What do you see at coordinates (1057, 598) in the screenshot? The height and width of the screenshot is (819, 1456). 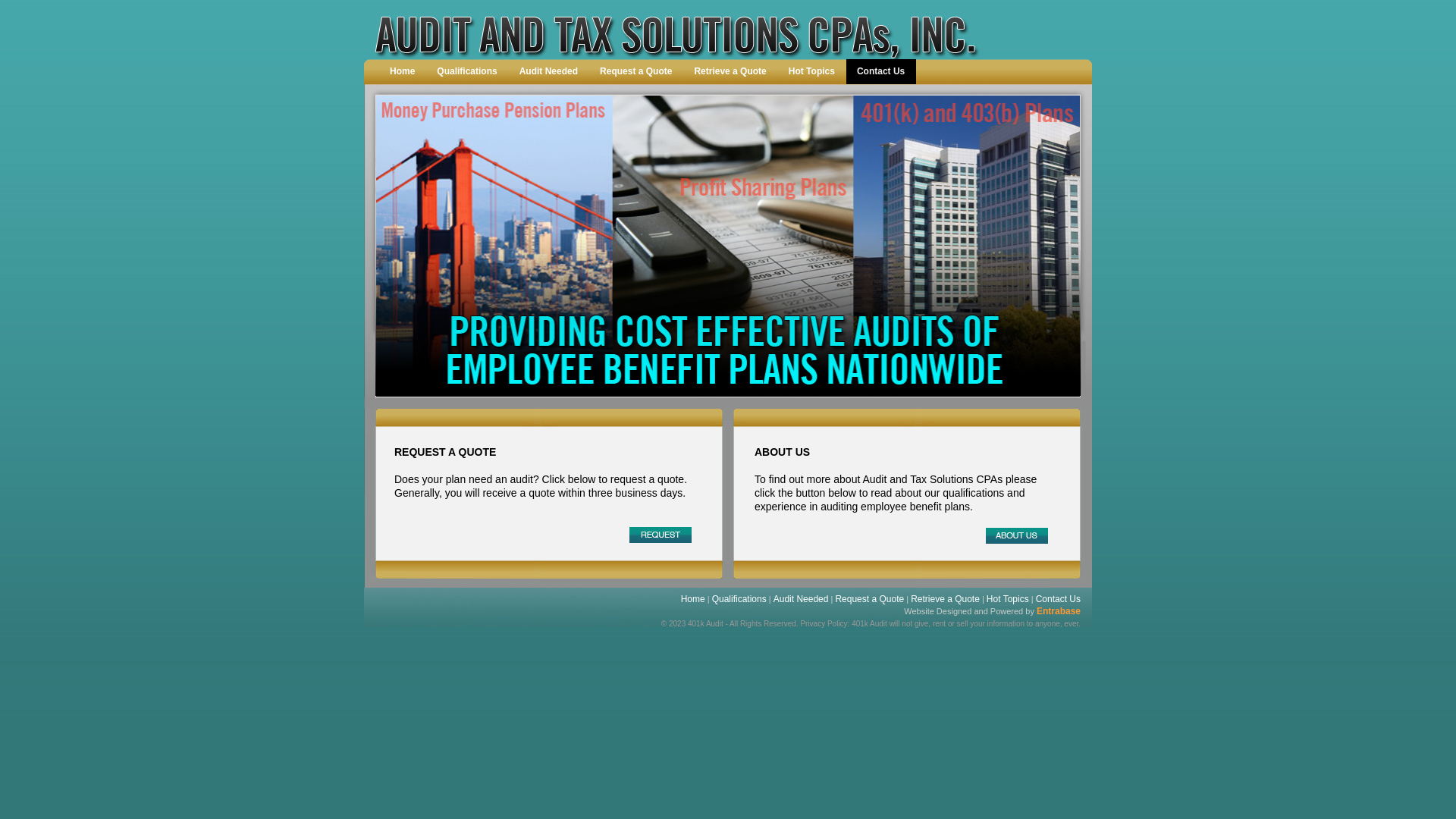 I see `'Contact Us'` at bounding box center [1057, 598].